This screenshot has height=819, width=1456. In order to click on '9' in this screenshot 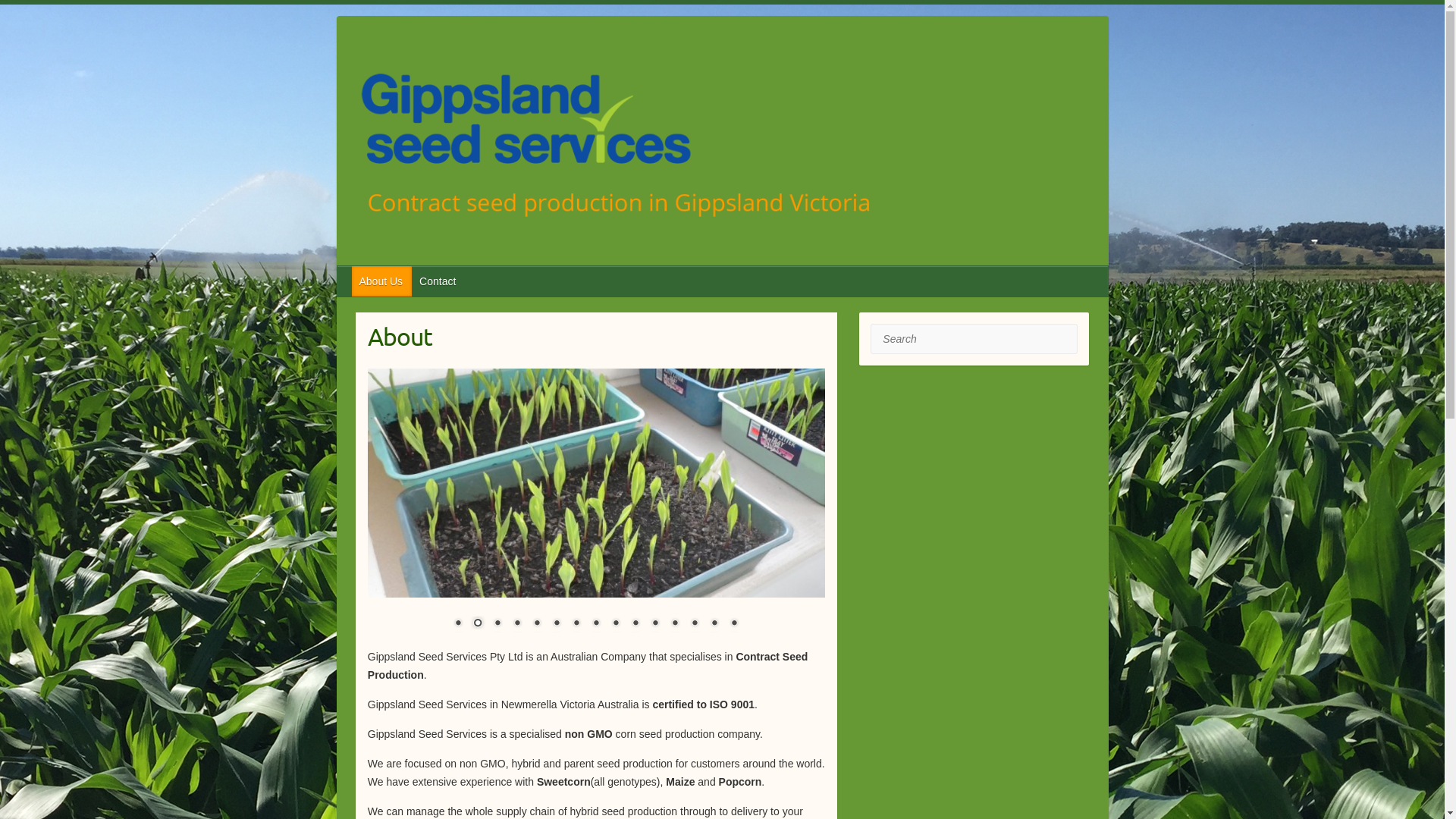, I will do `click(607, 623)`.